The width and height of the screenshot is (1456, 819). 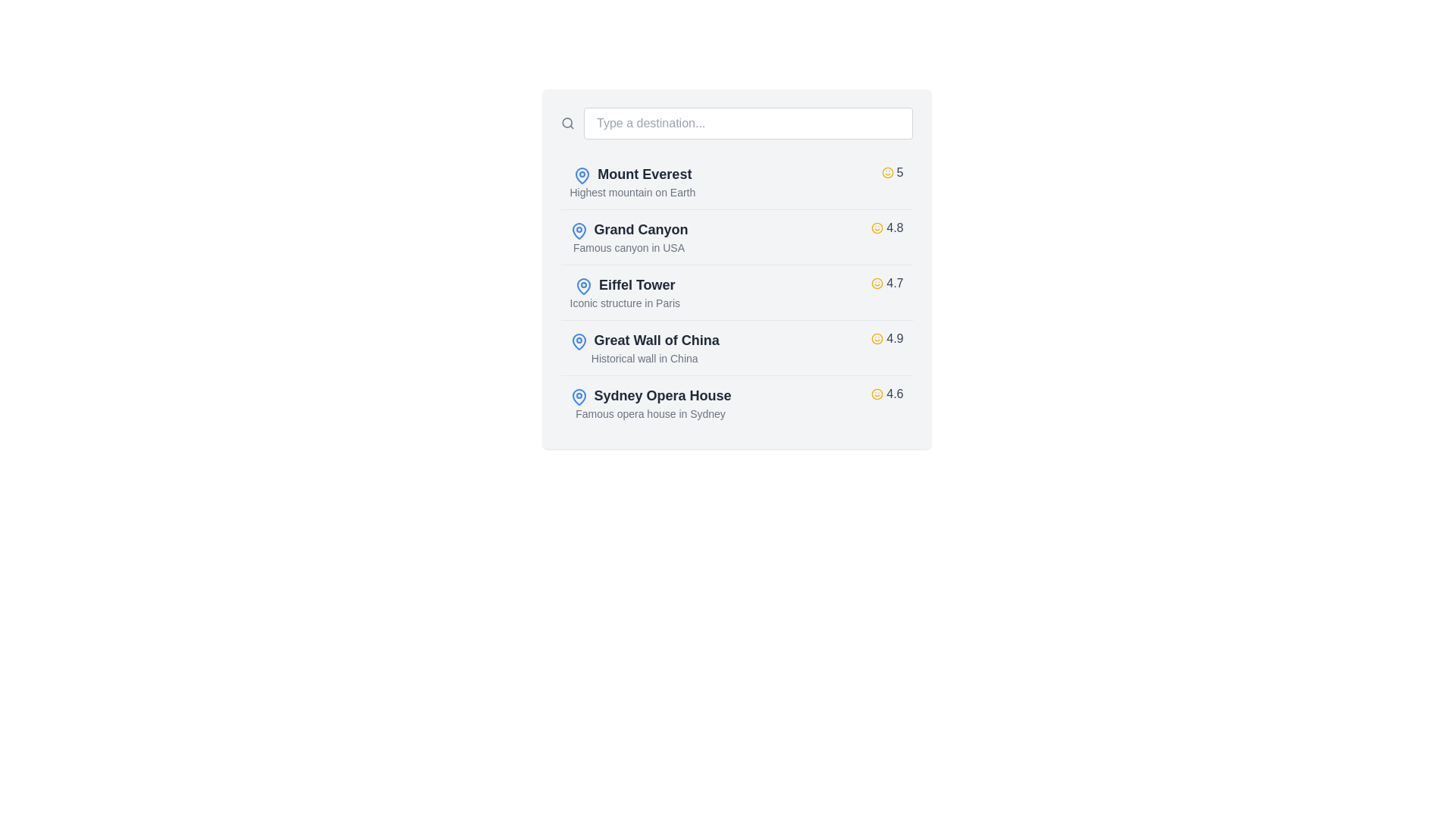 I want to click on the icon indicating the location for 'Sydney Opera House' in the list of destinations, so click(x=578, y=396).